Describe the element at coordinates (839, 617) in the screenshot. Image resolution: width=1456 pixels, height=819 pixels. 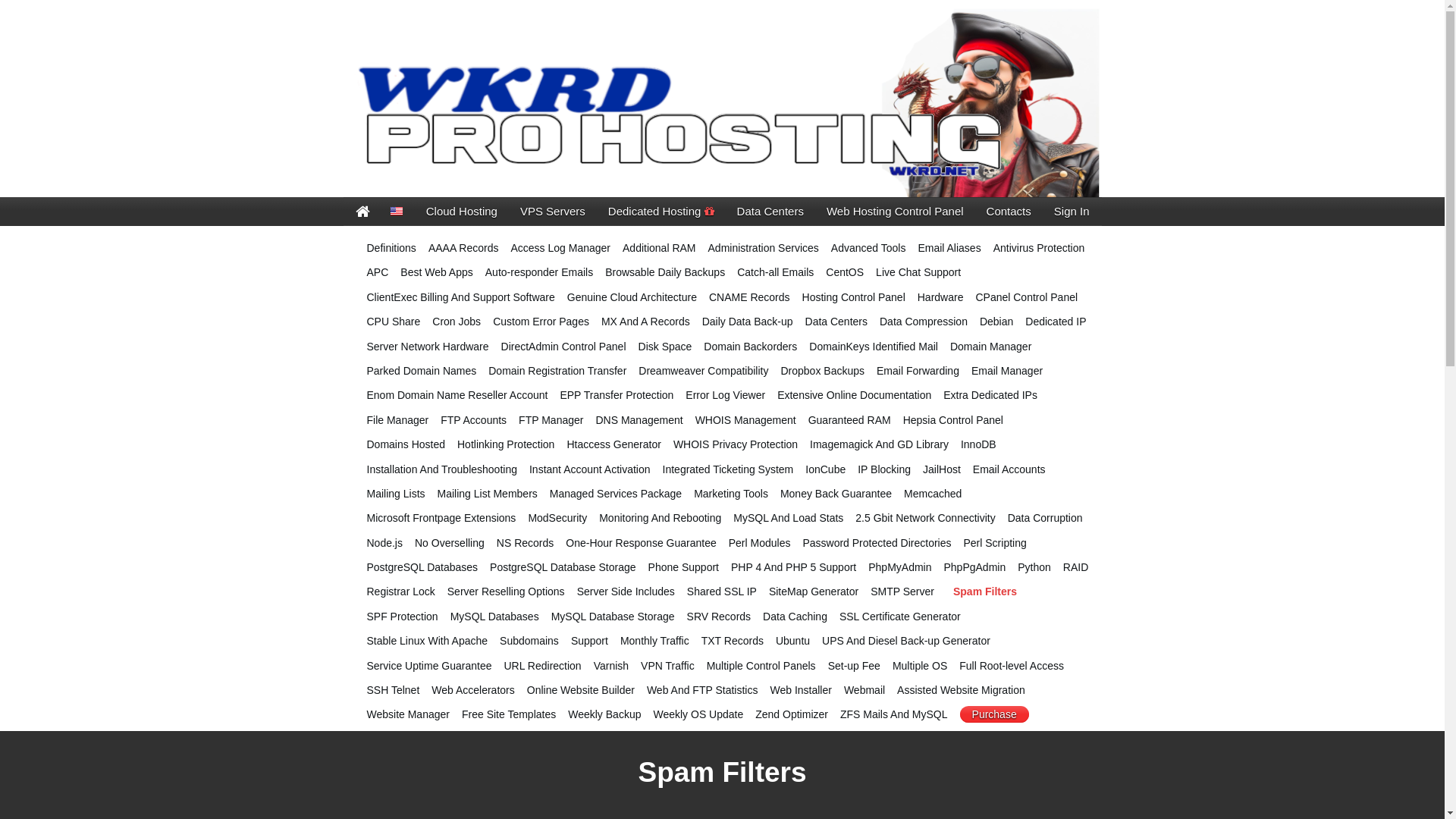
I see `'SSL Certificate Generator'` at that location.